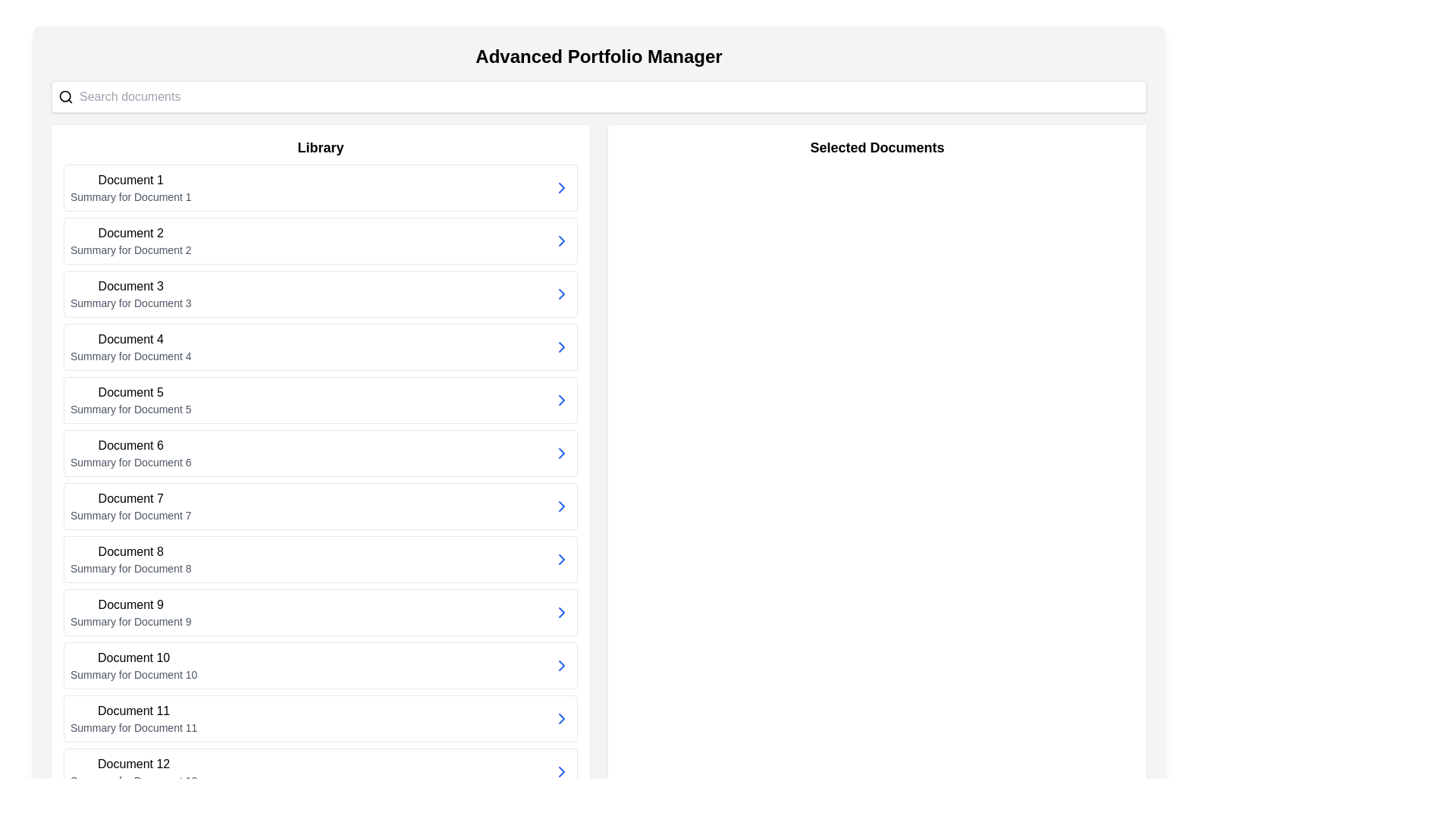 This screenshot has width=1456, height=819. Describe the element at coordinates (319, 772) in the screenshot. I see `on the selectable list item labeled 'Document 12'` at that location.